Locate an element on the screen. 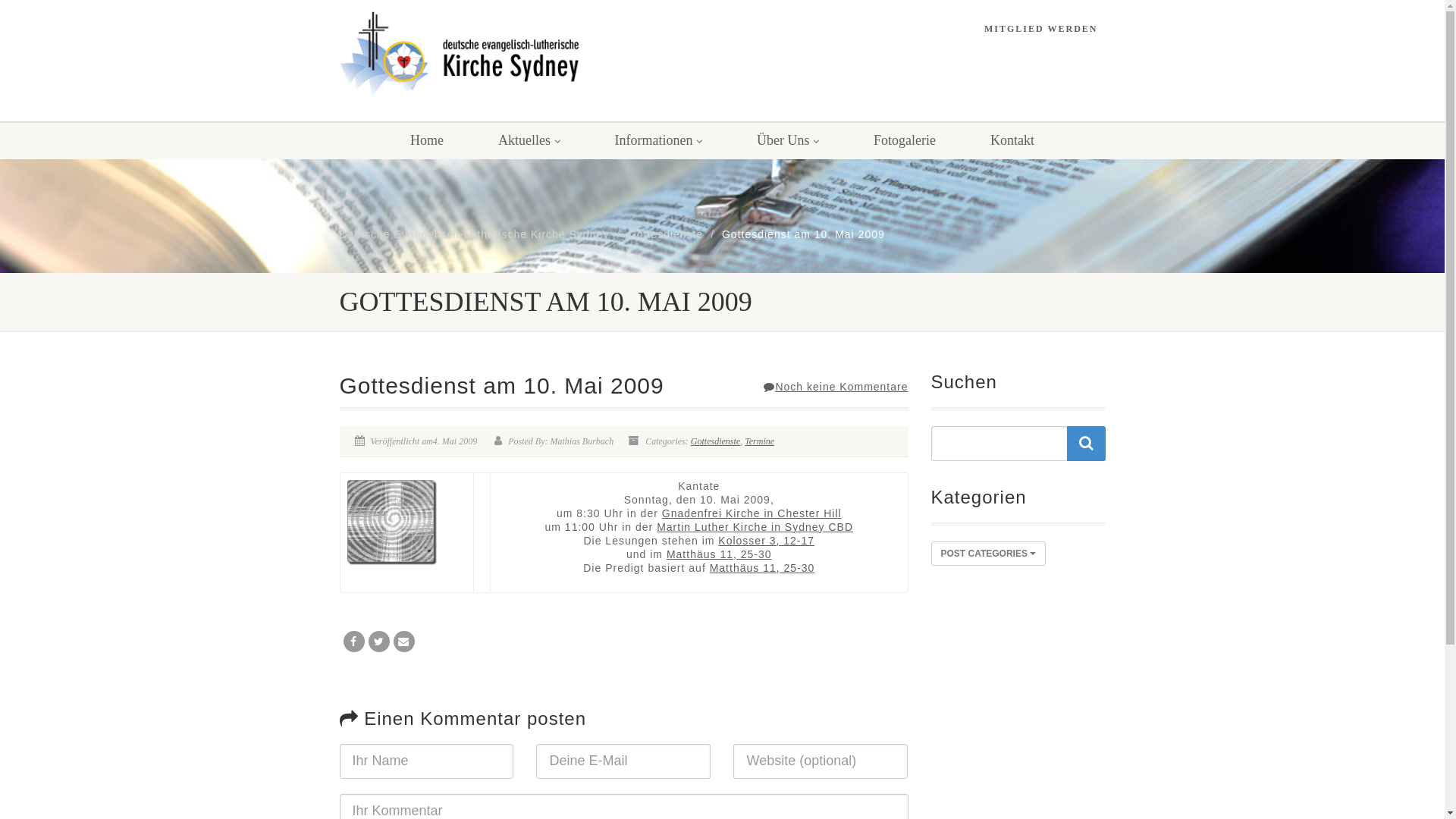 Image resolution: width=1456 pixels, height=819 pixels. 'Aktuelles' is located at coordinates (529, 140).